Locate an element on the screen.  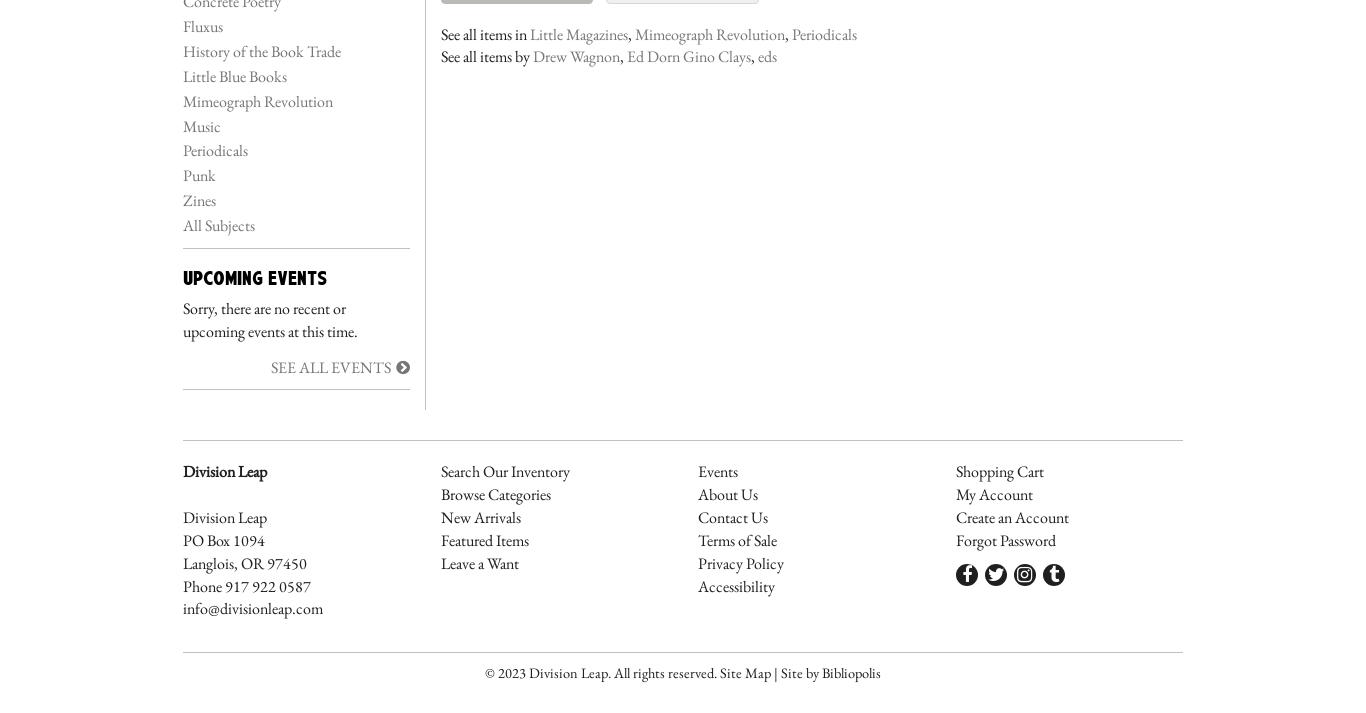
'© 2023 Division Leap.  All rights reserved.' is located at coordinates (601, 671).